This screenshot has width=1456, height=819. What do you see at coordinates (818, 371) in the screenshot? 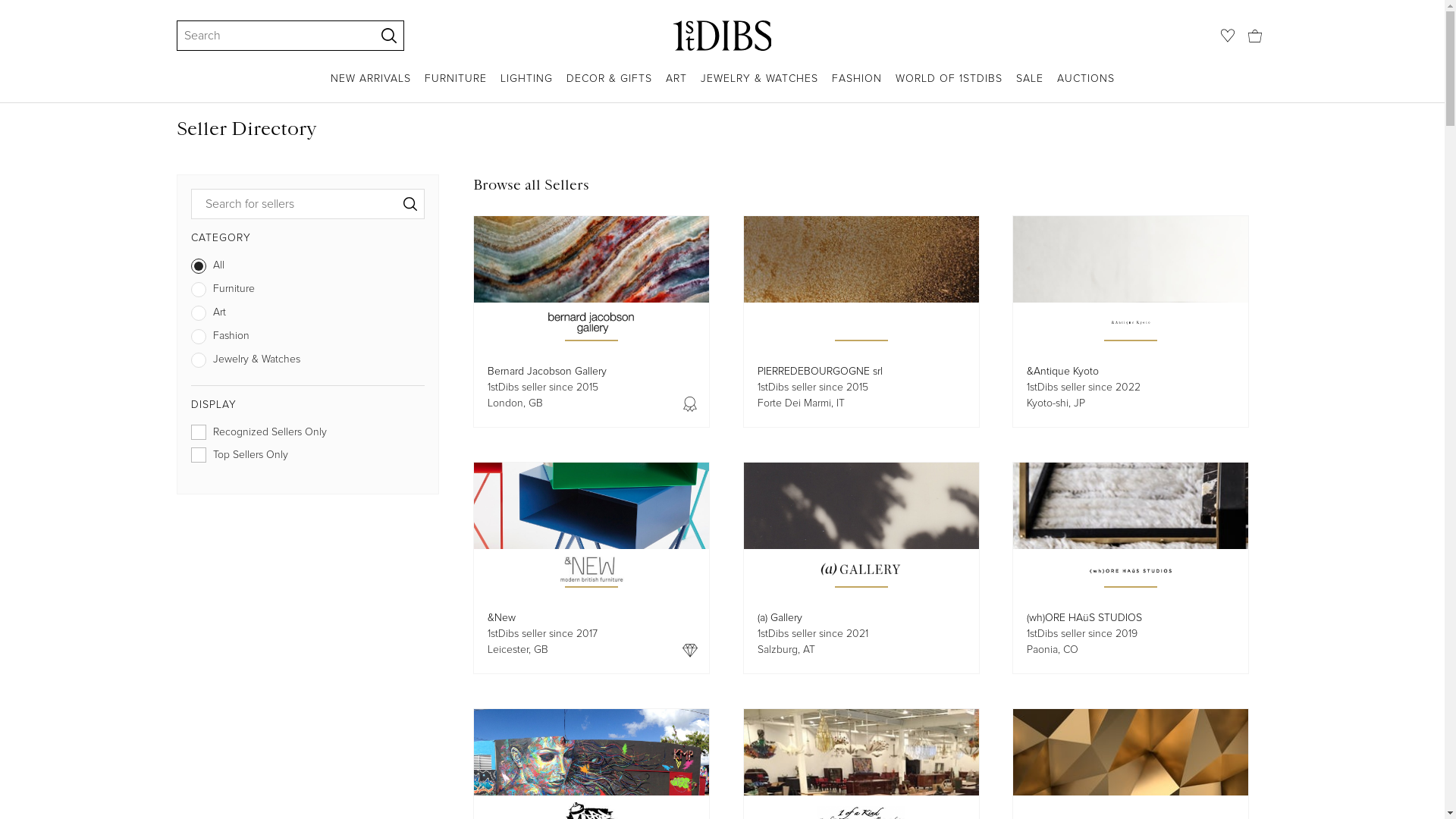
I see `'PIERREDEBOURGOGNE srl'` at bounding box center [818, 371].